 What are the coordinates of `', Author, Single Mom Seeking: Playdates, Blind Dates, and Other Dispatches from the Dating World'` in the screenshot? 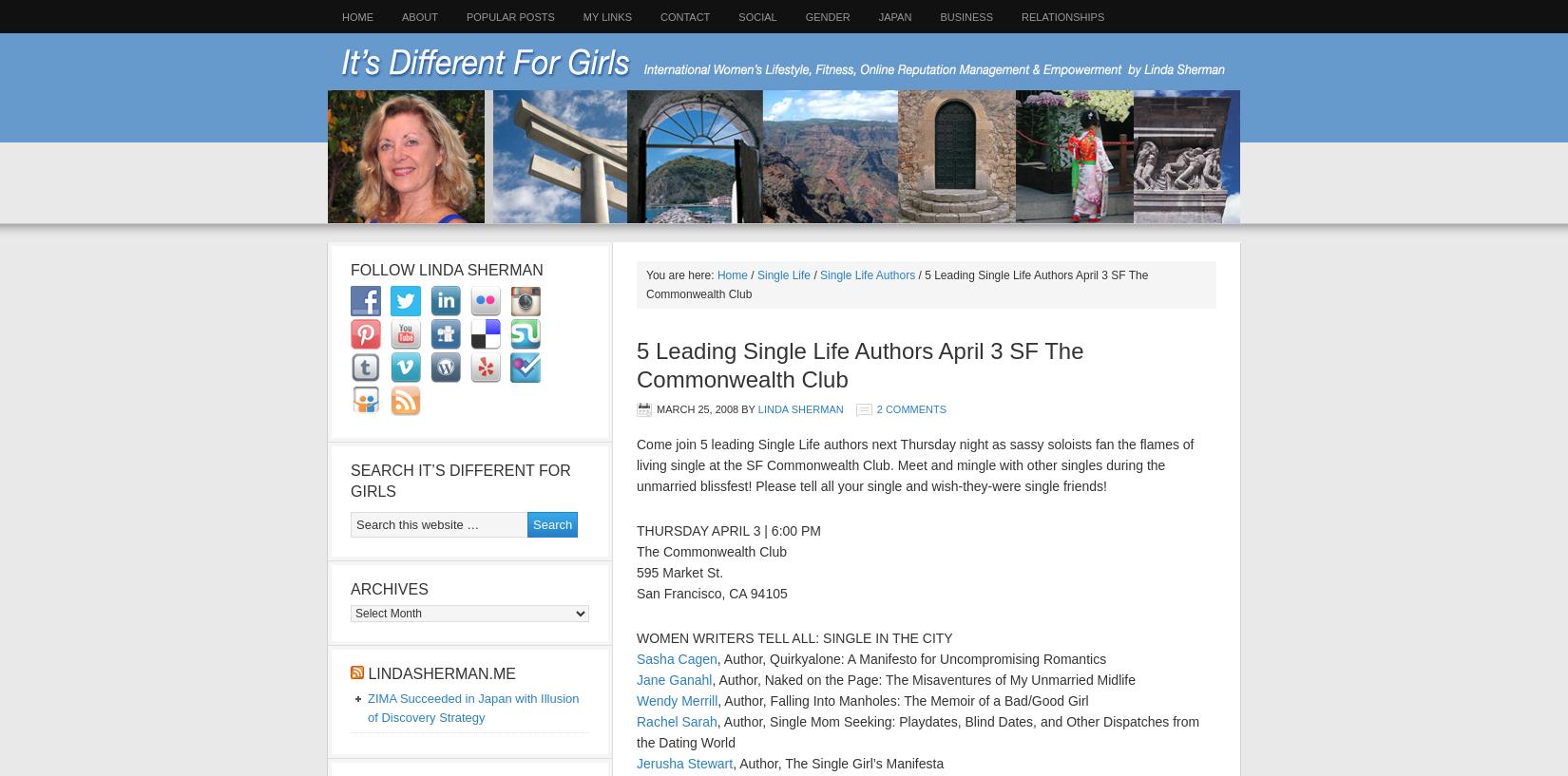 It's located at (918, 732).